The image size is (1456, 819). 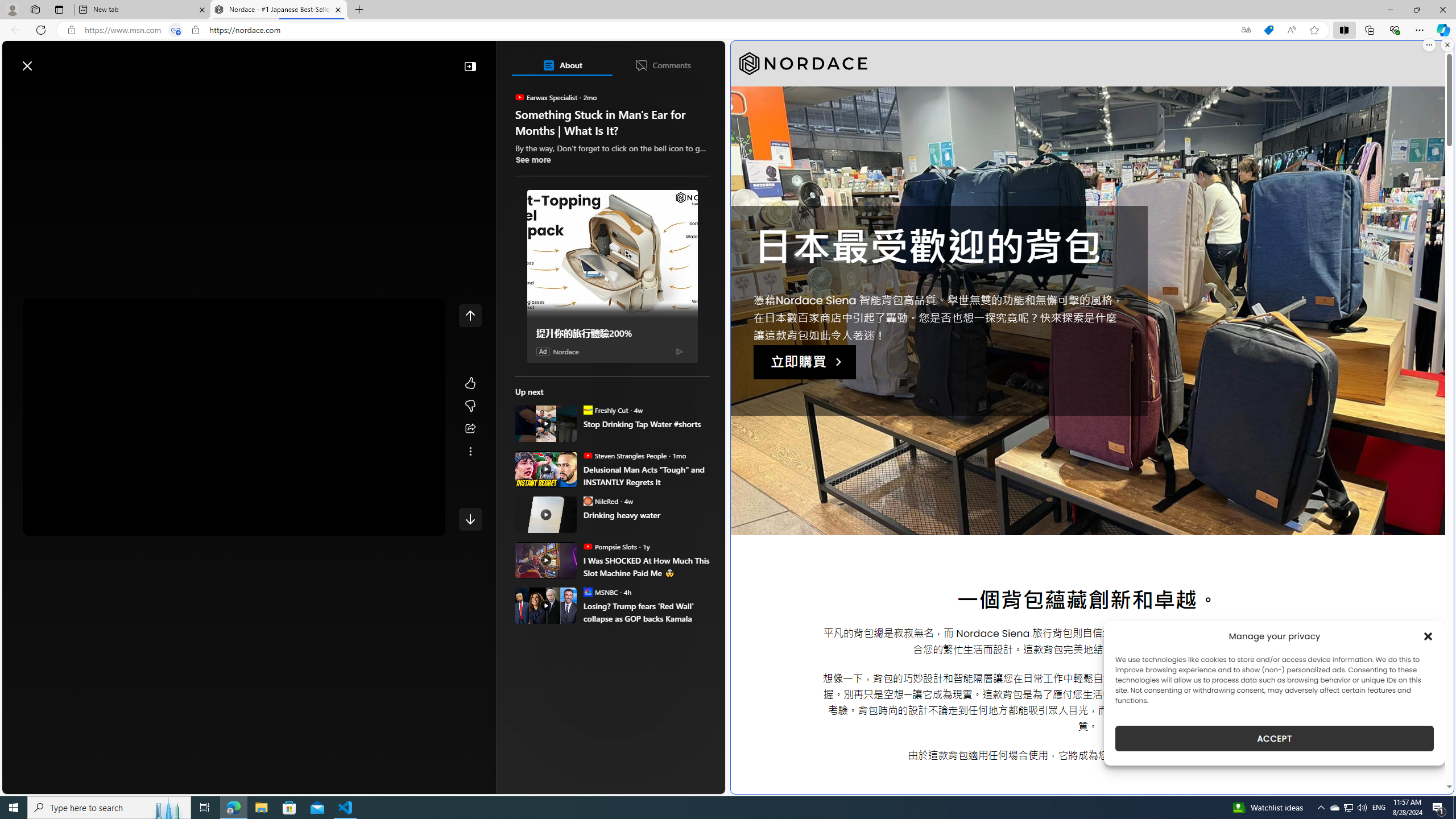 I want to click on 'Pompsie Slots', so click(x=586, y=546).